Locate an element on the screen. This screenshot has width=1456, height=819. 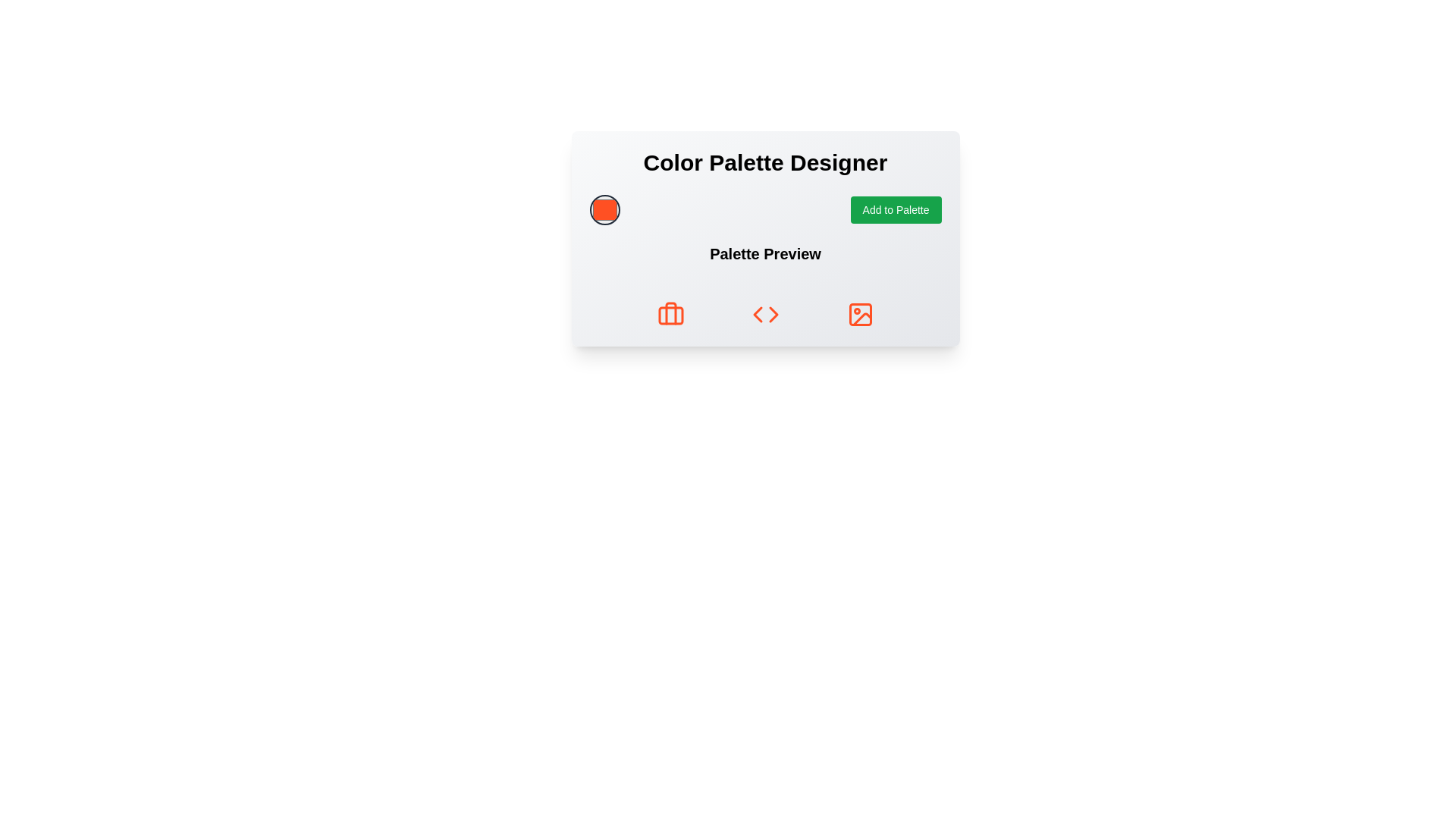
the 'Palette Preview' text header, which is bold and centrally aligned in a light gray background, positioned below the 'Add to Palette' button is located at coordinates (765, 253).